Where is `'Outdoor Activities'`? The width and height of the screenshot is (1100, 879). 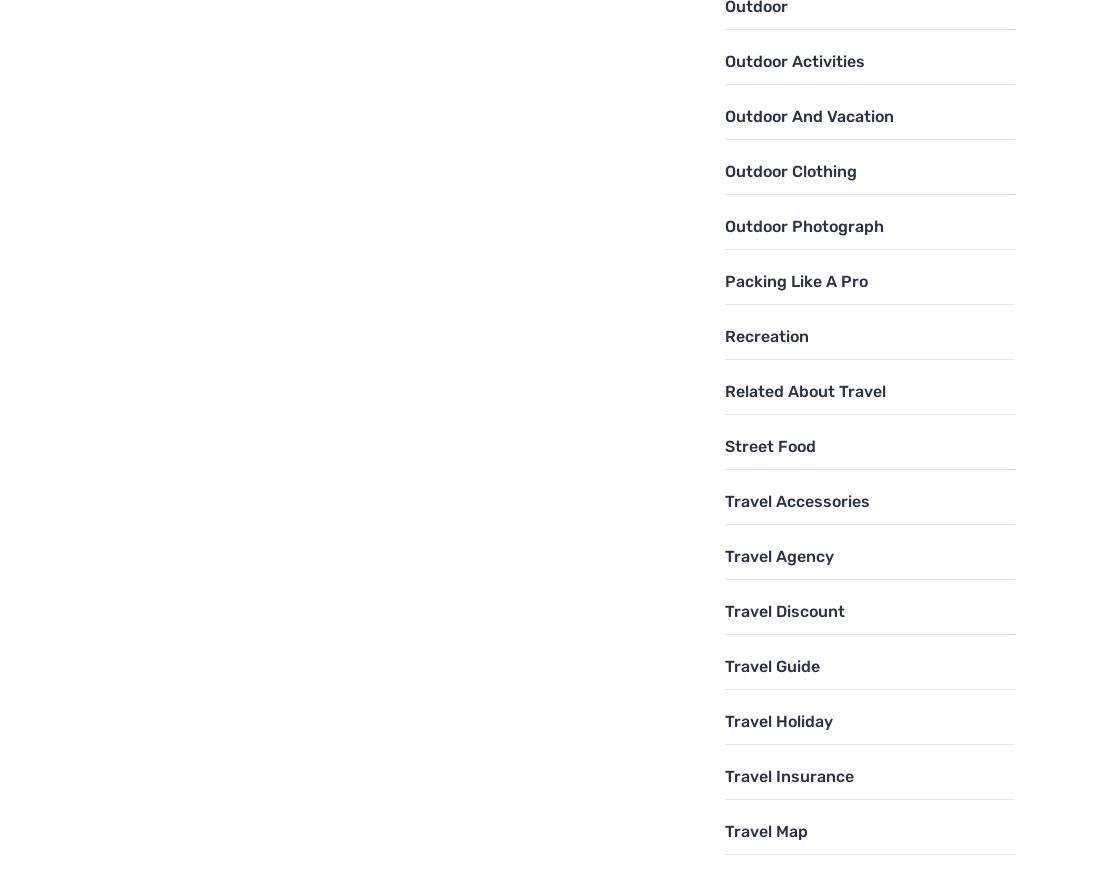
'Outdoor Activities' is located at coordinates (723, 60).